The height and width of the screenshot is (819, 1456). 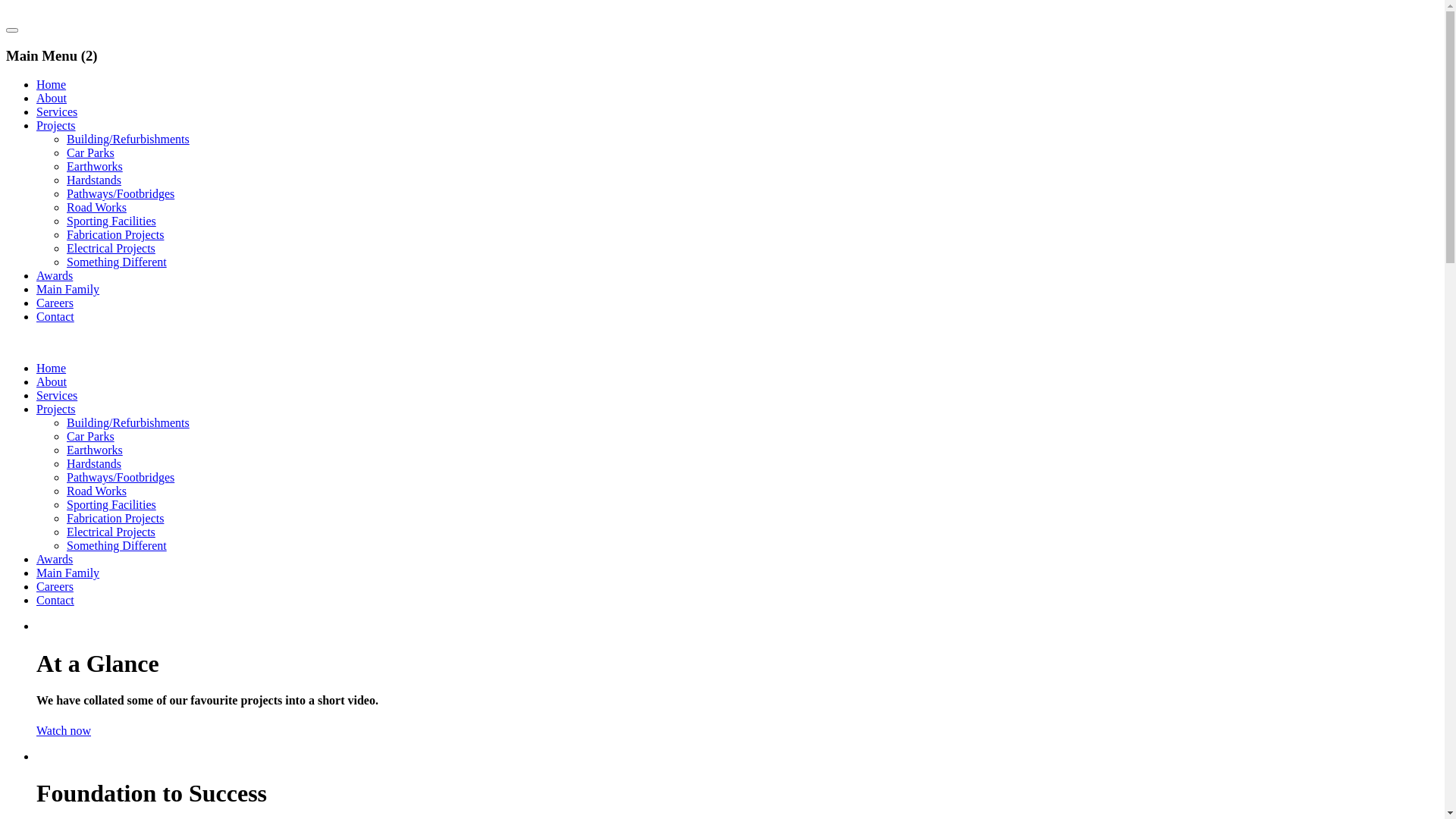 I want to click on 'Car Parks', so click(x=65, y=436).